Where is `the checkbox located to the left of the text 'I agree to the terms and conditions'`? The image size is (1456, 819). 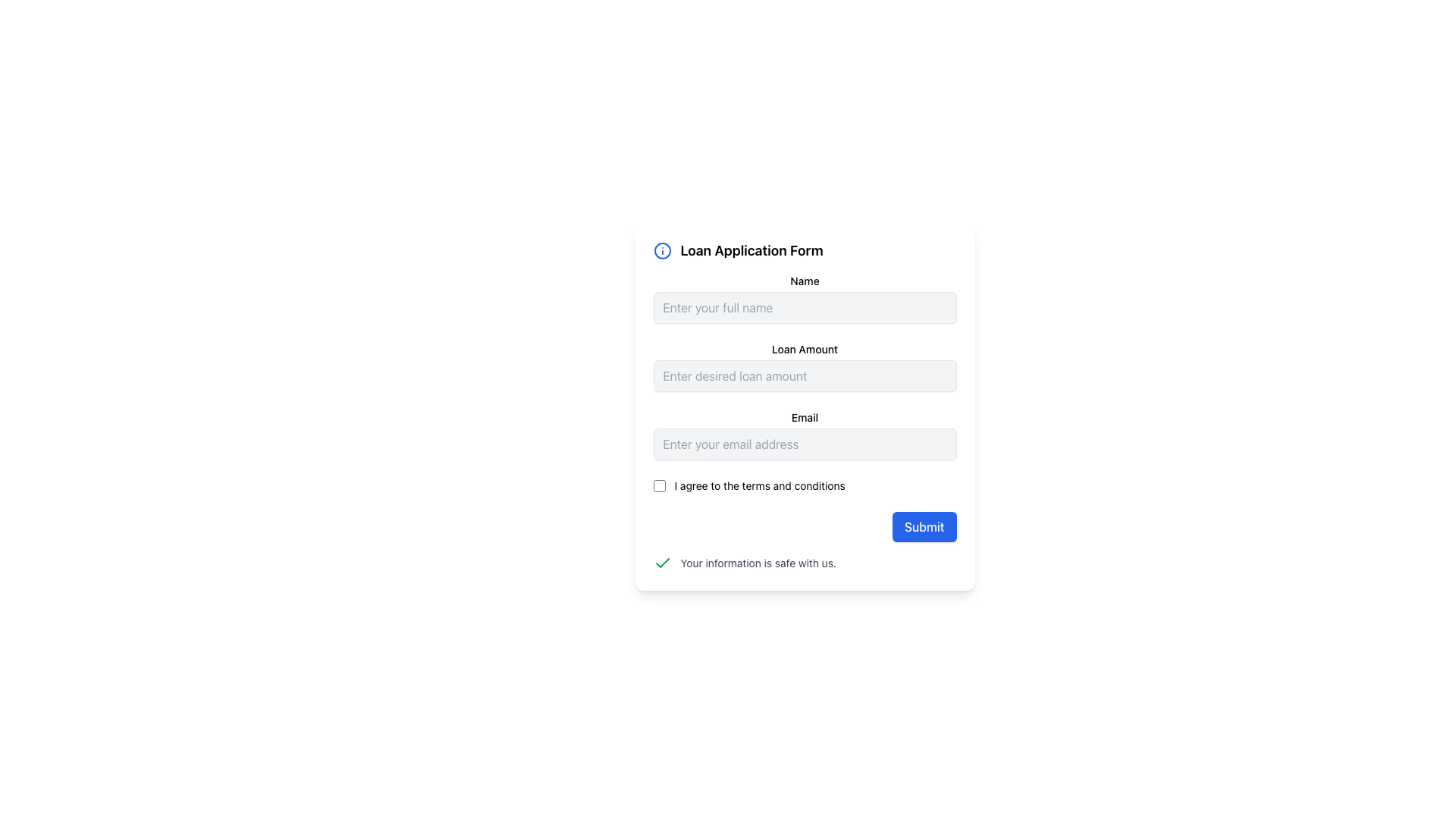 the checkbox located to the left of the text 'I agree to the terms and conditions' is located at coordinates (659, 485).